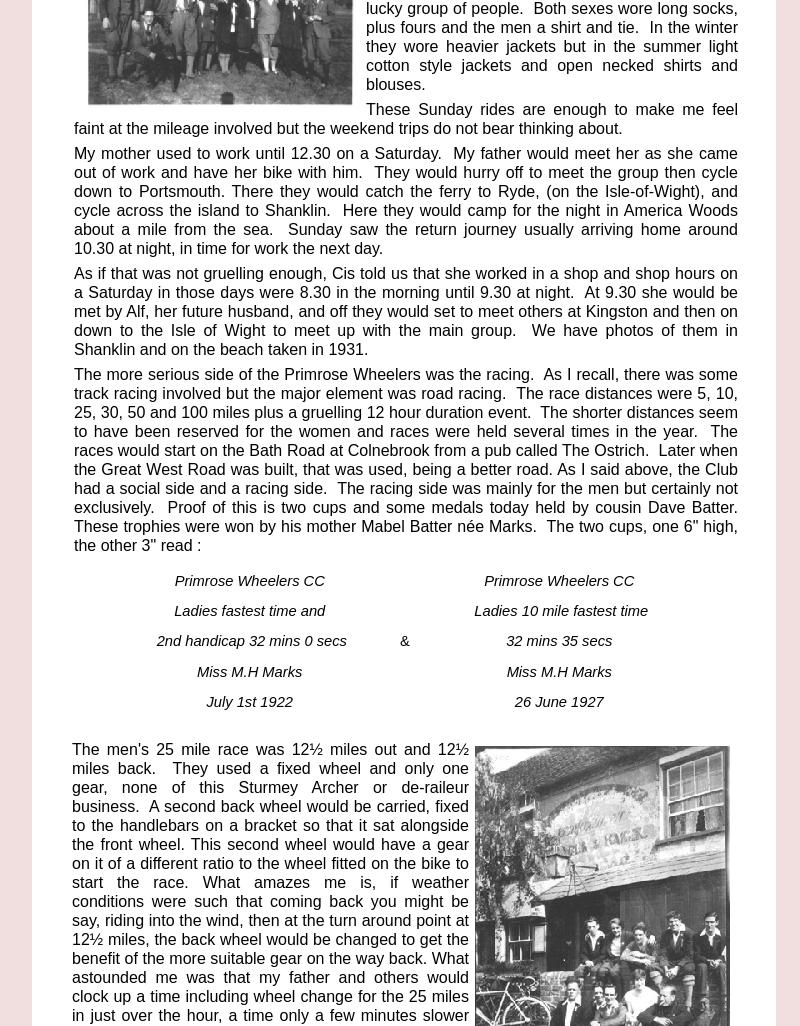 Image resolution: width=800 pixels, height=1026 pixels. What do you see at coordinates (301, 928) in the screenshot?
I see `'1922                              June 26 1927'` at bounding box center [301, 928].